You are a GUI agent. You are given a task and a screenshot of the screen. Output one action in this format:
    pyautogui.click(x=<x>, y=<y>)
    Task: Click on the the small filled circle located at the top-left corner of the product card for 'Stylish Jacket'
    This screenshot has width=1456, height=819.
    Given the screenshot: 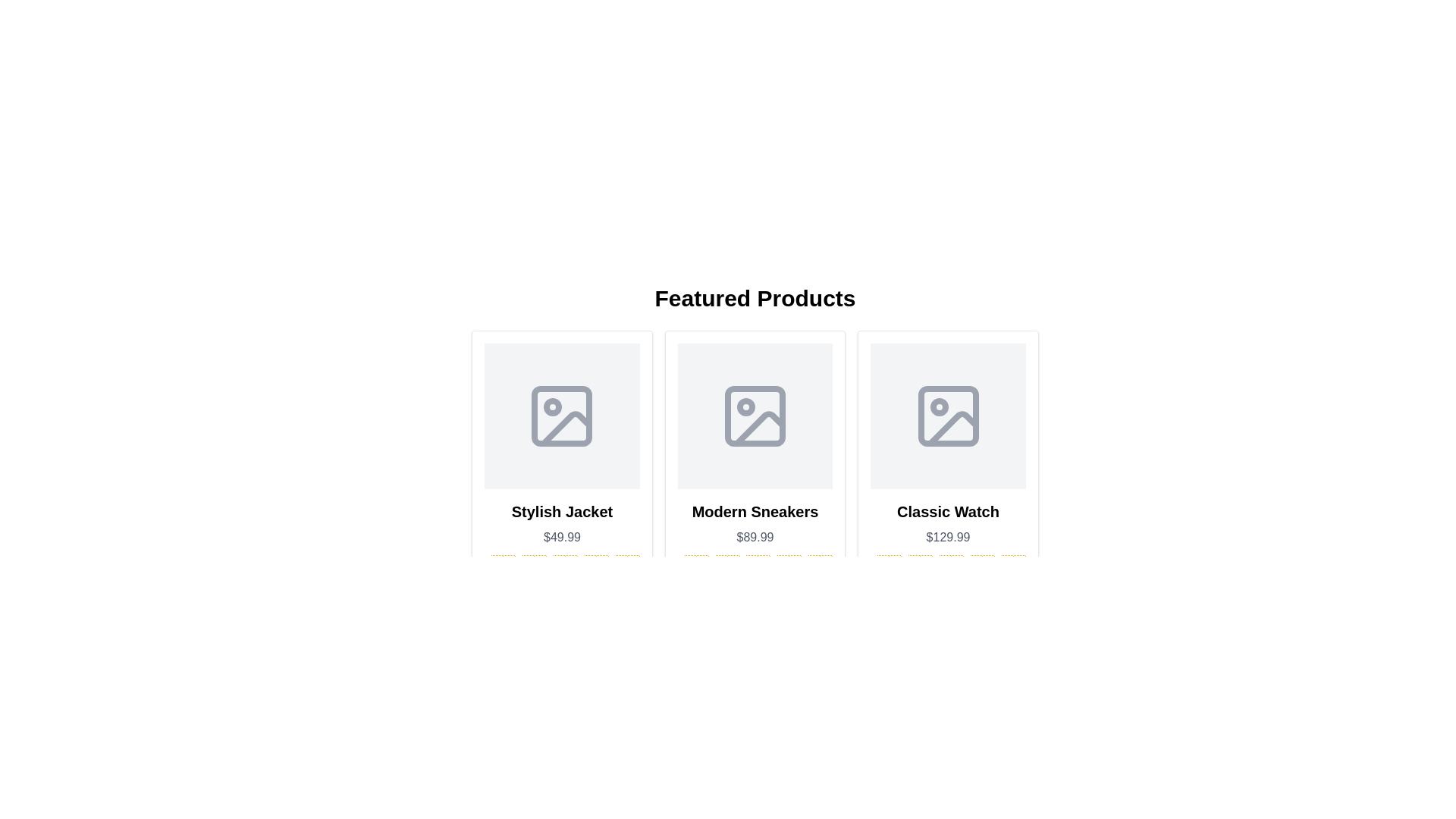 What is the action you would take?
    pyautogui.click(x=552, y=406)
    